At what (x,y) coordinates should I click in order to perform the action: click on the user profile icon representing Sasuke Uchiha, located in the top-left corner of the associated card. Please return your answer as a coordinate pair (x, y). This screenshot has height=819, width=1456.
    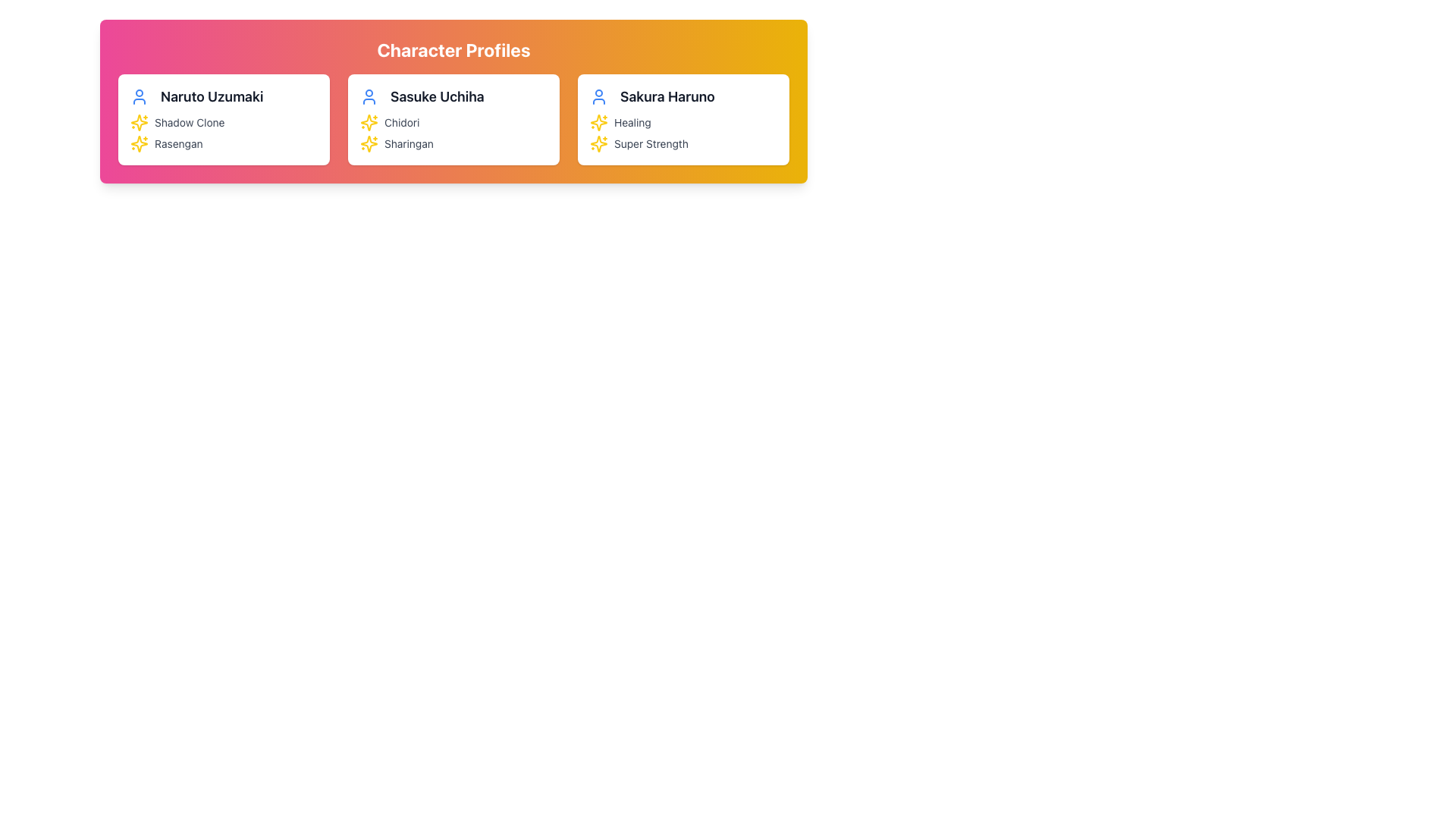
    Looking at the image, I should click on (369, 96).